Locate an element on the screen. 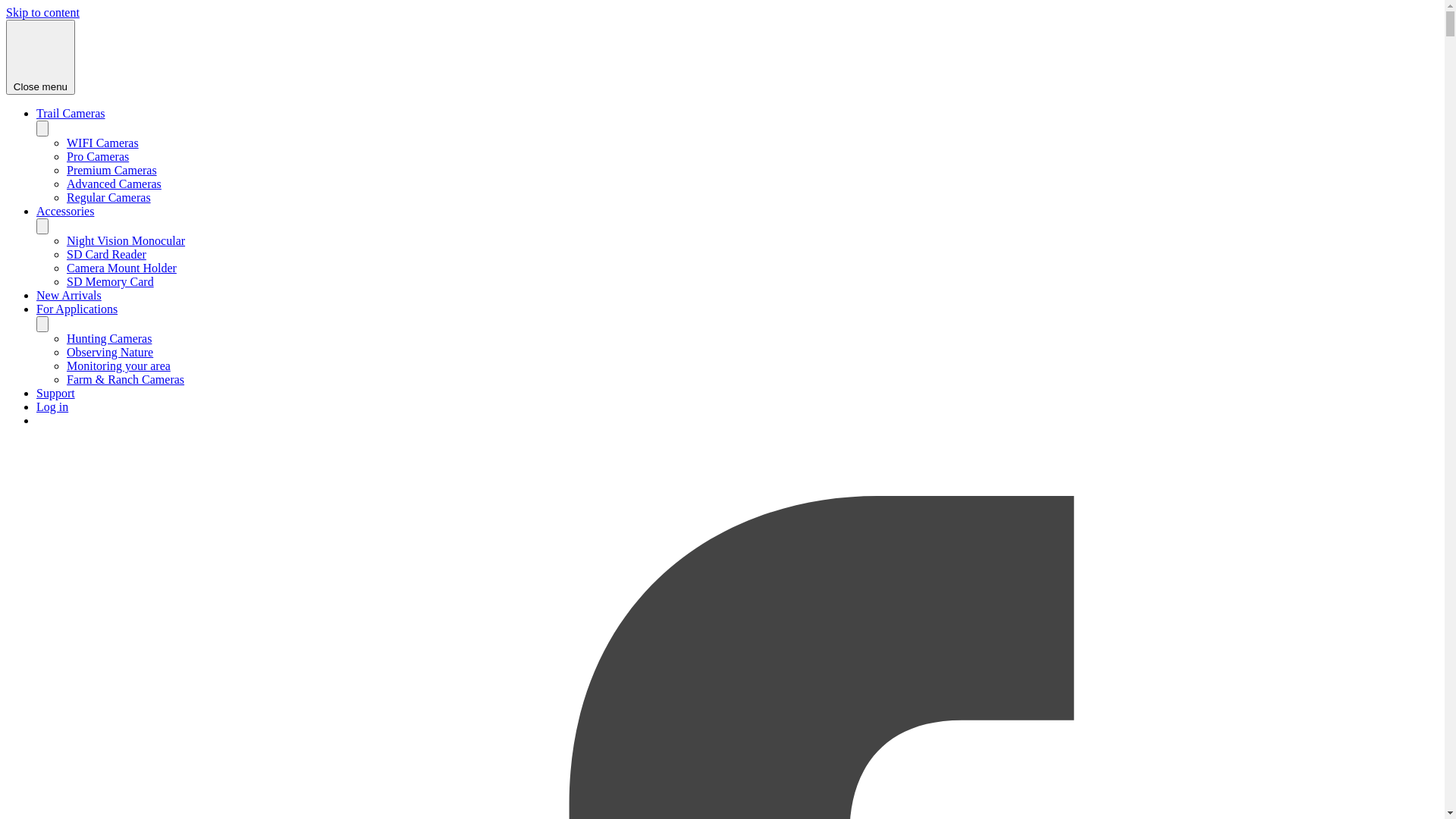 The height and width of the screenshot is (819, 1456). 'Premium Cameras' is located at coordinates (111, 170).